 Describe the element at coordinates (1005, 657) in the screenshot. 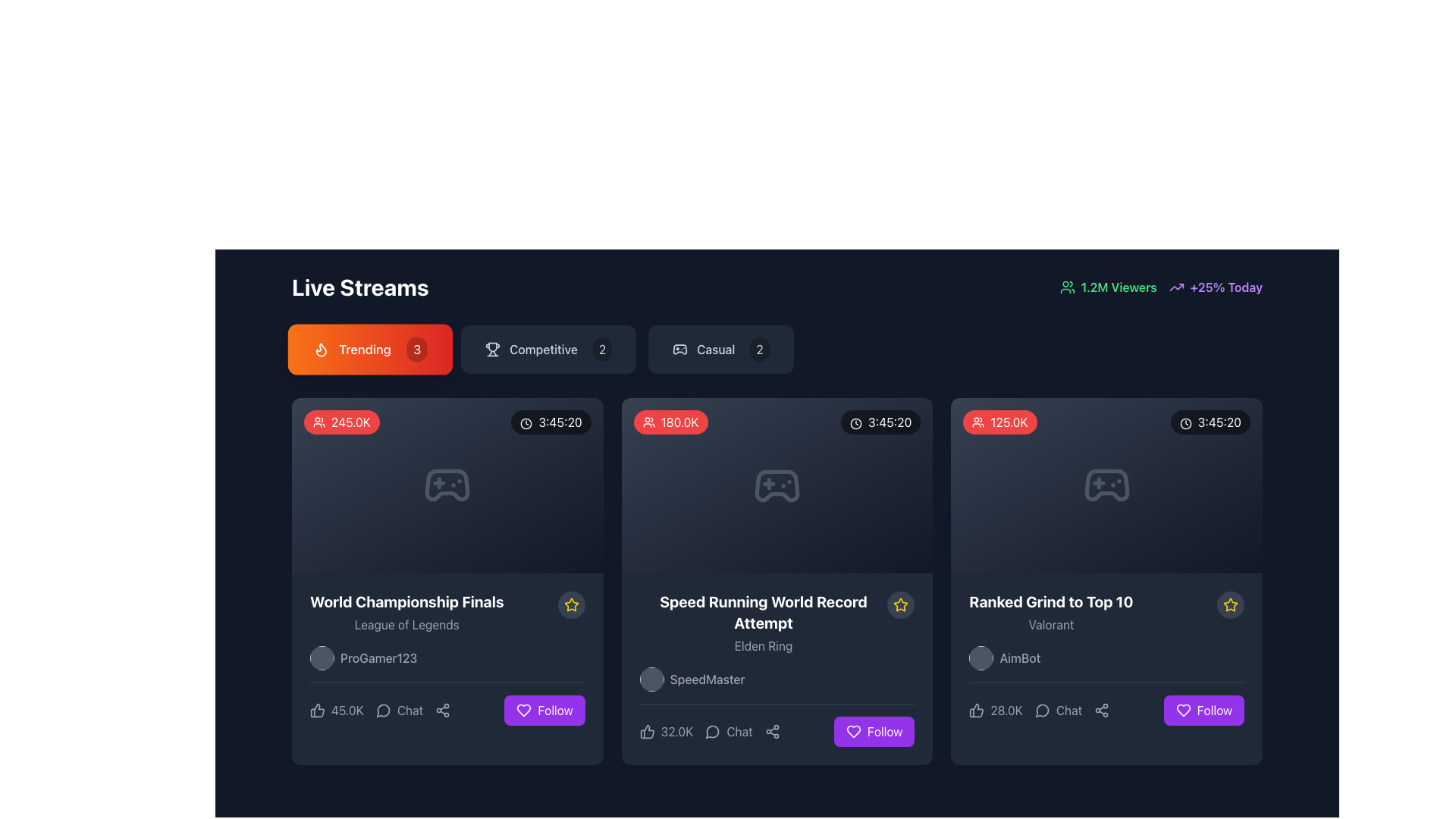

I see `the username 'AimBot' which is represented by a circular avatar with a gray background and is positioned in the bottom section of the third card in the live streams grid` at that location.